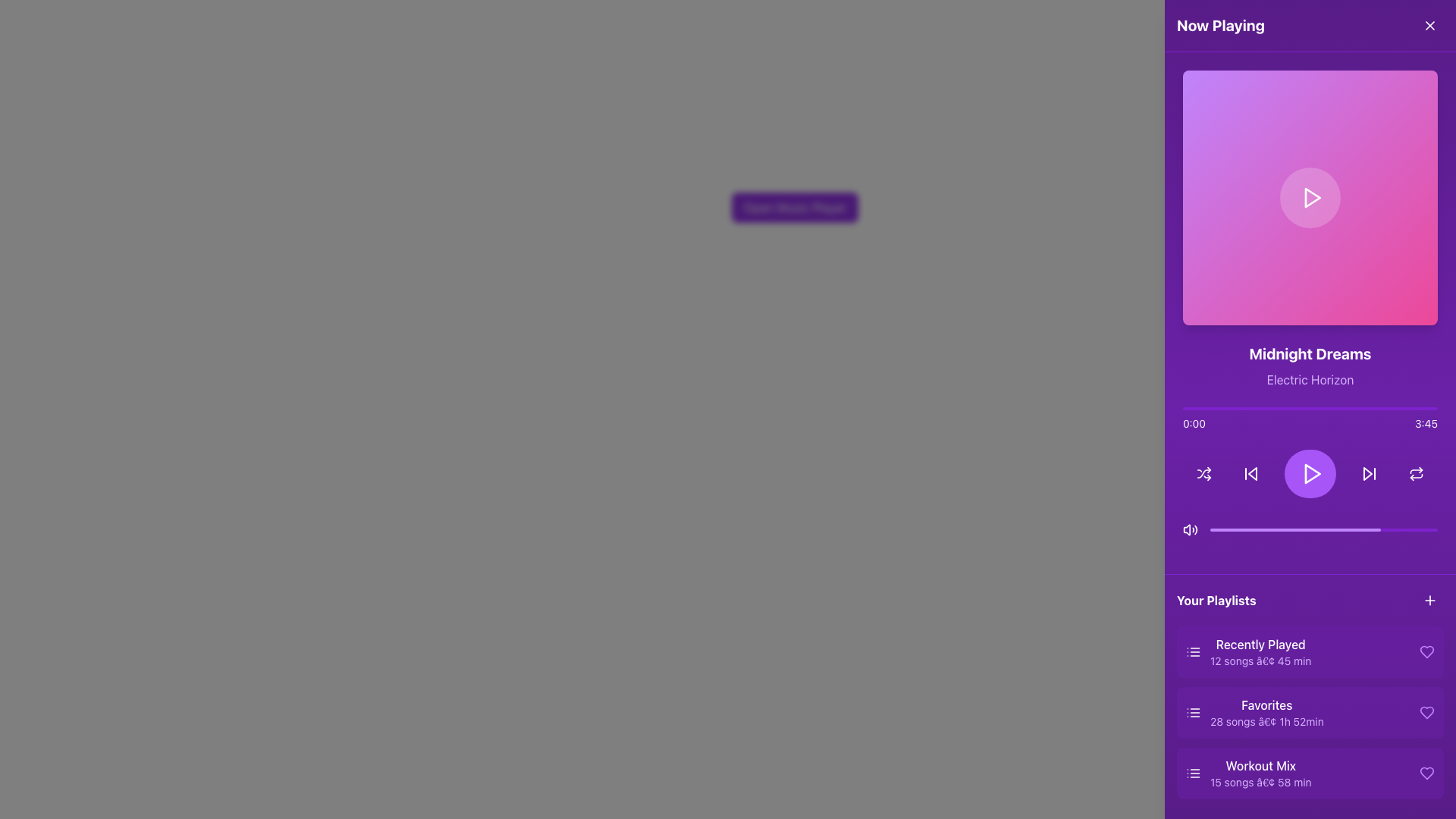  What do you see at coordinates (1260, 651) in the screenshot?
I see `the 'Recently Played' textual label in the 'Your Playlists' section` at bounding box center [1260, 651].